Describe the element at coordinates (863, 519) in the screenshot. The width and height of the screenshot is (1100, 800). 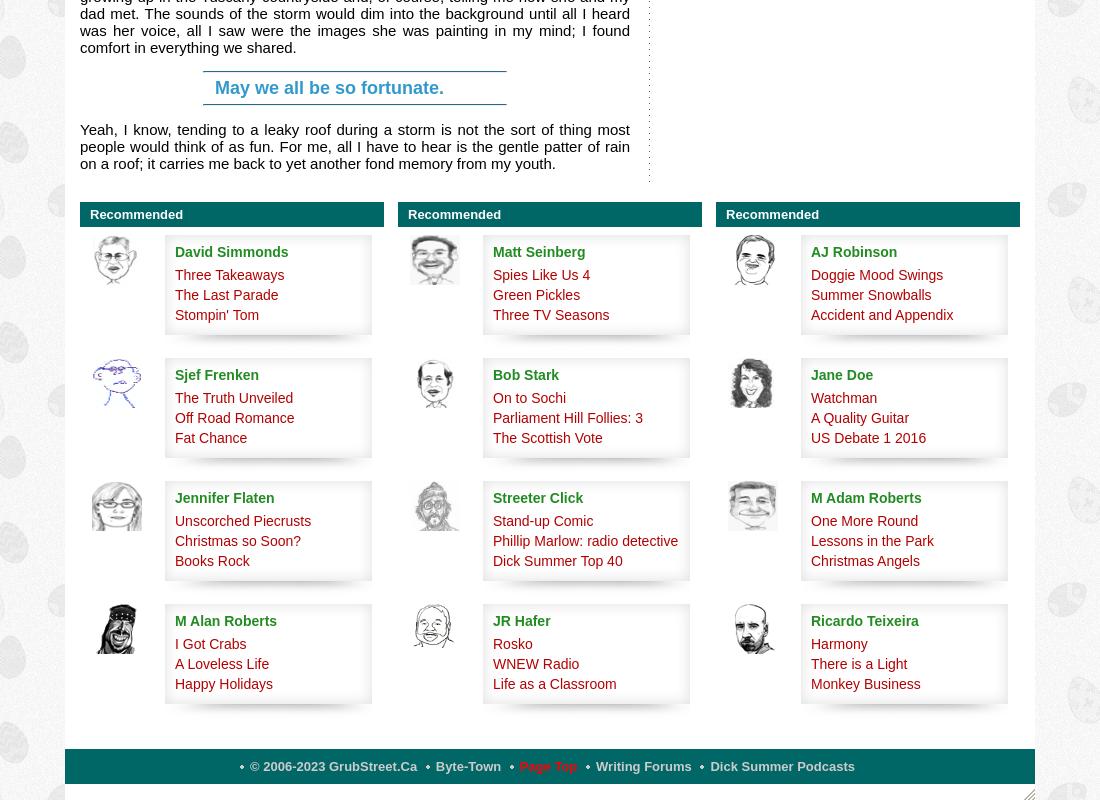
I see `'One More Round'` at that location.